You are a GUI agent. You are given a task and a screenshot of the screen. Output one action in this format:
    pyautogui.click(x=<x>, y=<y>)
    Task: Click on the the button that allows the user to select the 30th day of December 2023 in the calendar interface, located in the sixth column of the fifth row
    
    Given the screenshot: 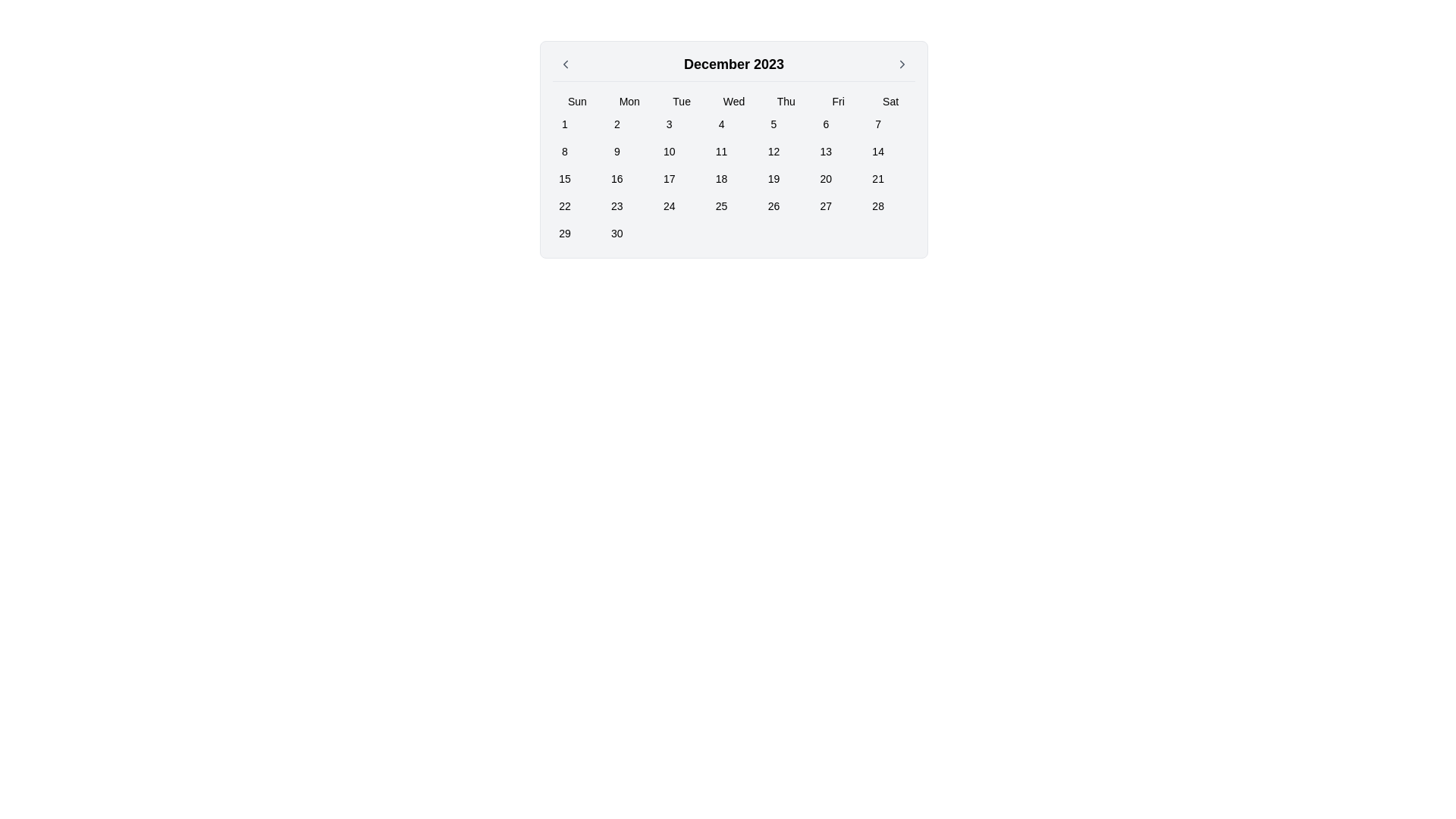 What is the action you would take?
    pyautogui.click(x=617, y=234)
    